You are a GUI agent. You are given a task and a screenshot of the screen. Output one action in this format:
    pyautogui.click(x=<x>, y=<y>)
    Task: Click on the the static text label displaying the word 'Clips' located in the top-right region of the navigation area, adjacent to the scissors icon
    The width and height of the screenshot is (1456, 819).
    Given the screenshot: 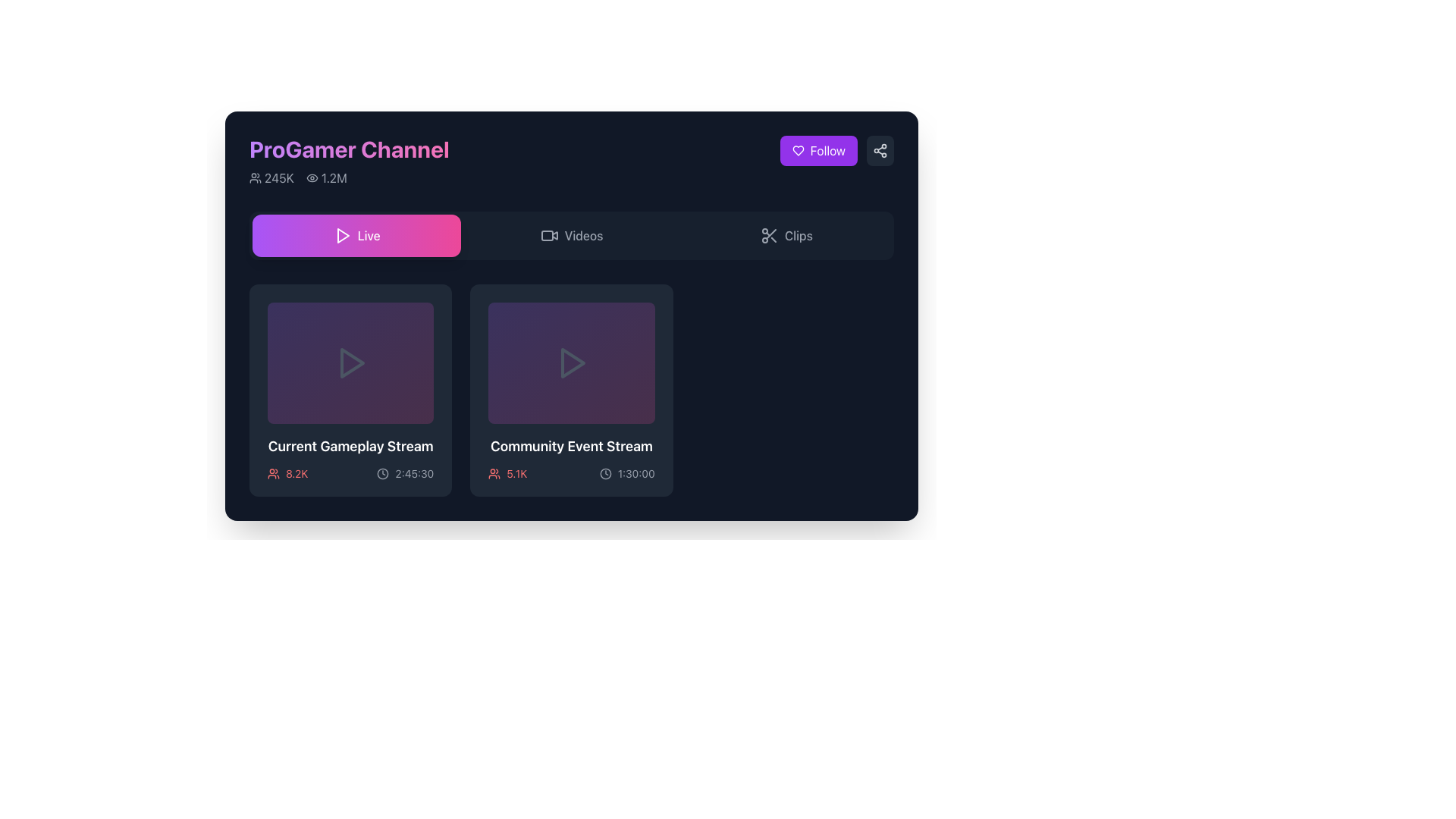 What is the action you would take?
    pyautogui.click(x=798, y=236)
    